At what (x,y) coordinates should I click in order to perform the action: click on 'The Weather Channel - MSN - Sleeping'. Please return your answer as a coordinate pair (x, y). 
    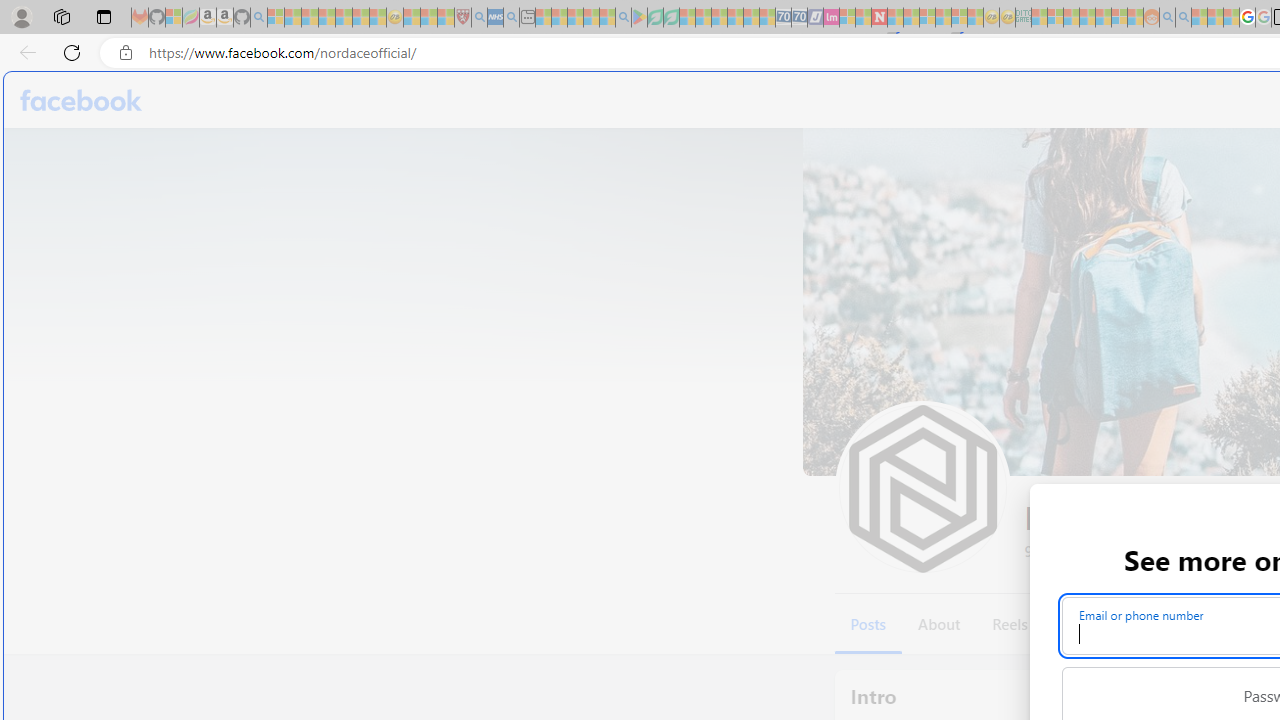
    Looking at the image, I should click on (308, 17).